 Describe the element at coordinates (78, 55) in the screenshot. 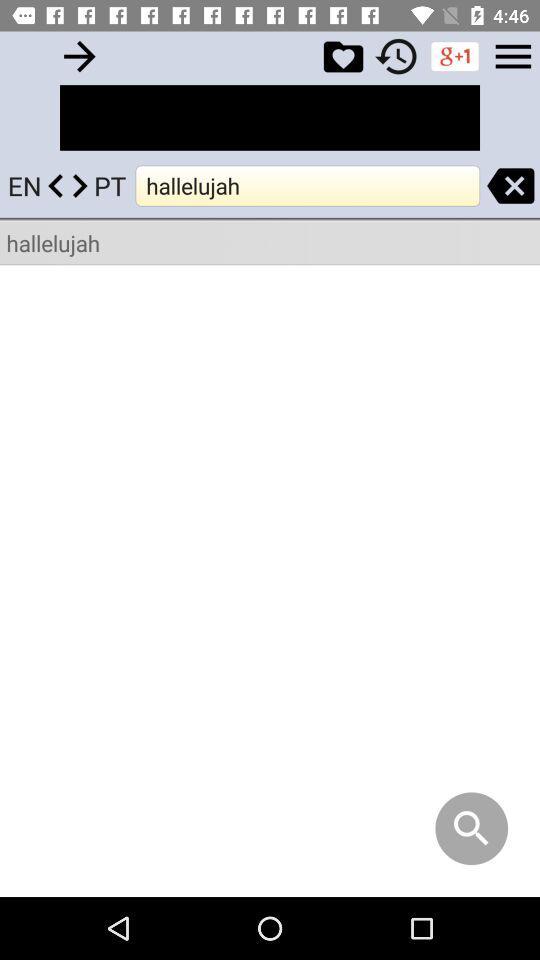

I see `next page` at that location.